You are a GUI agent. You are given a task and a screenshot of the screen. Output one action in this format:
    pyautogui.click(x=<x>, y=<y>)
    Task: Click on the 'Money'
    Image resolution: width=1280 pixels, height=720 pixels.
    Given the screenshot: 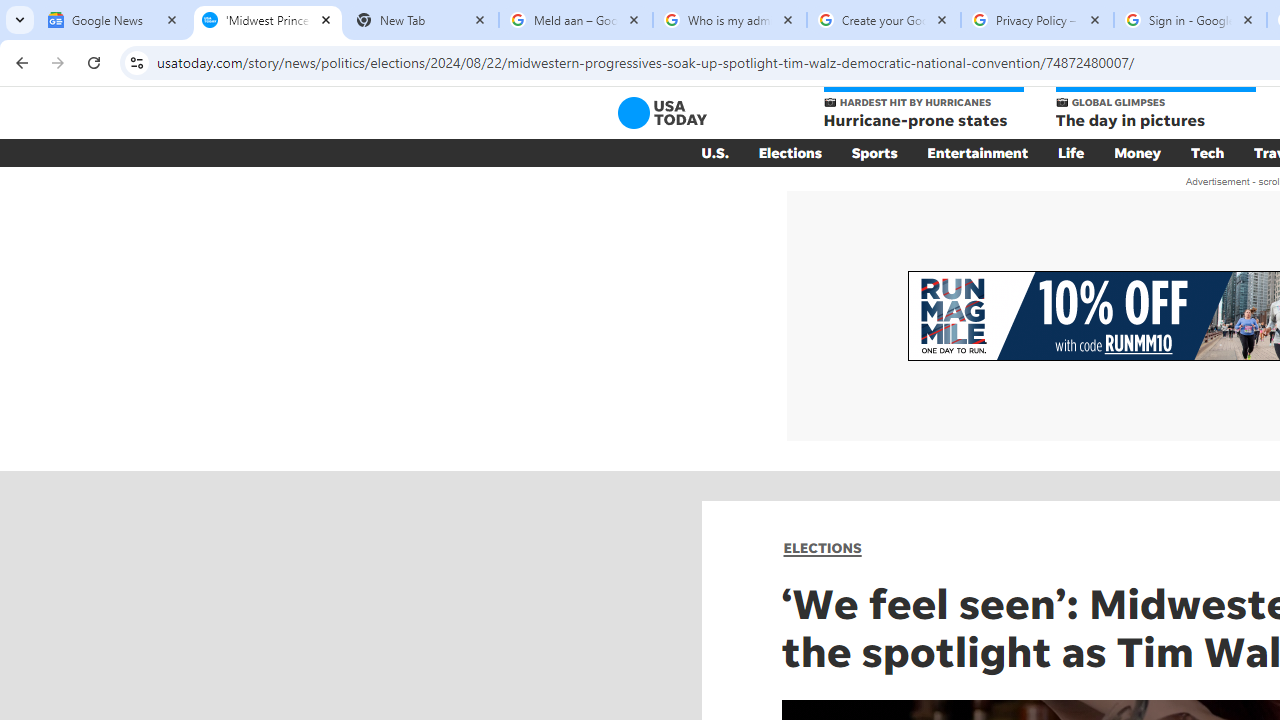 What is the action you would take?
    pyautogui.click(x=1137, y=152)
    